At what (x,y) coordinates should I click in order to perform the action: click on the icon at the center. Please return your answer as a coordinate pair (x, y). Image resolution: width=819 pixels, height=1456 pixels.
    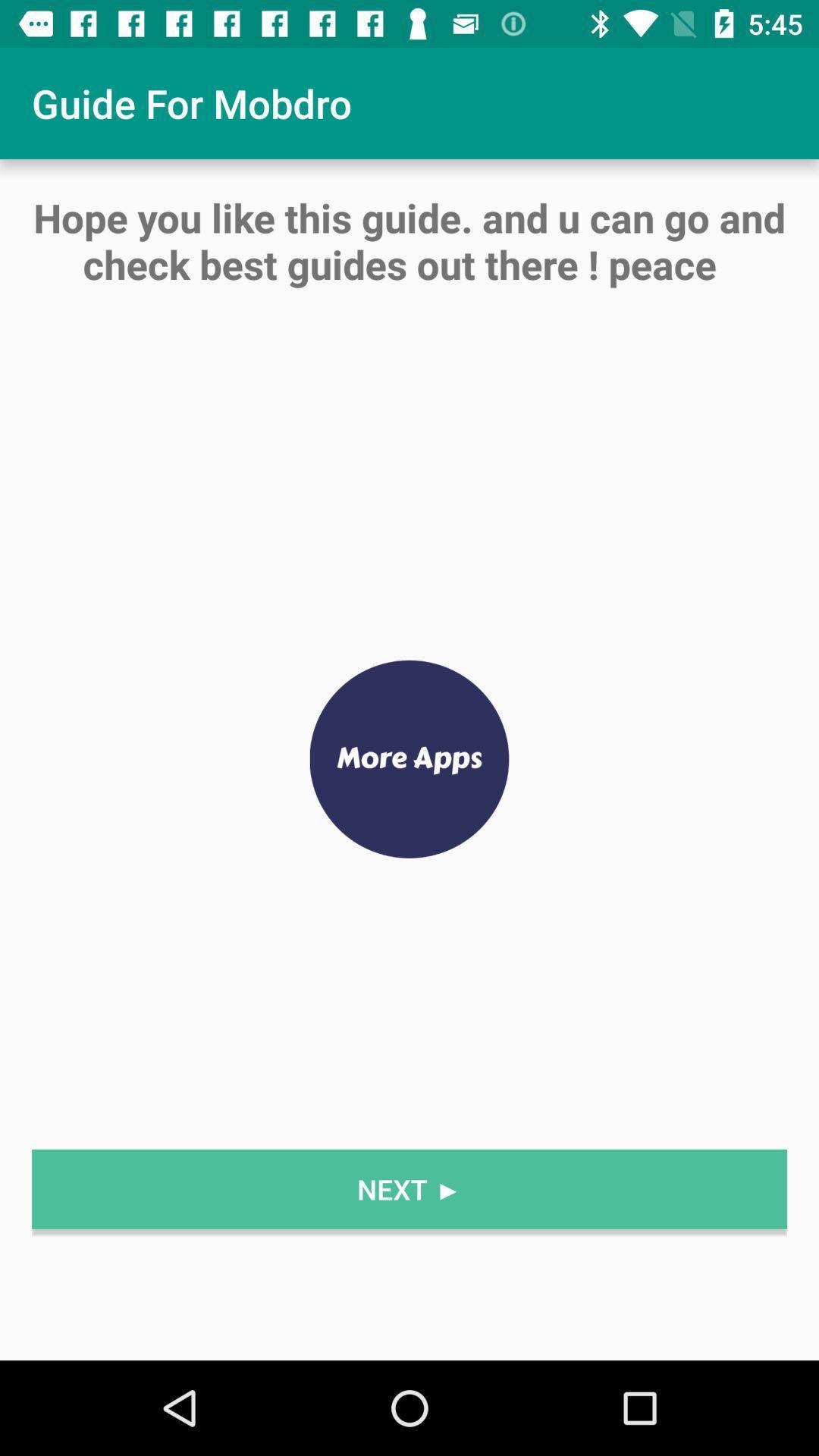
    Looking at the image, I should click on (409, 760).